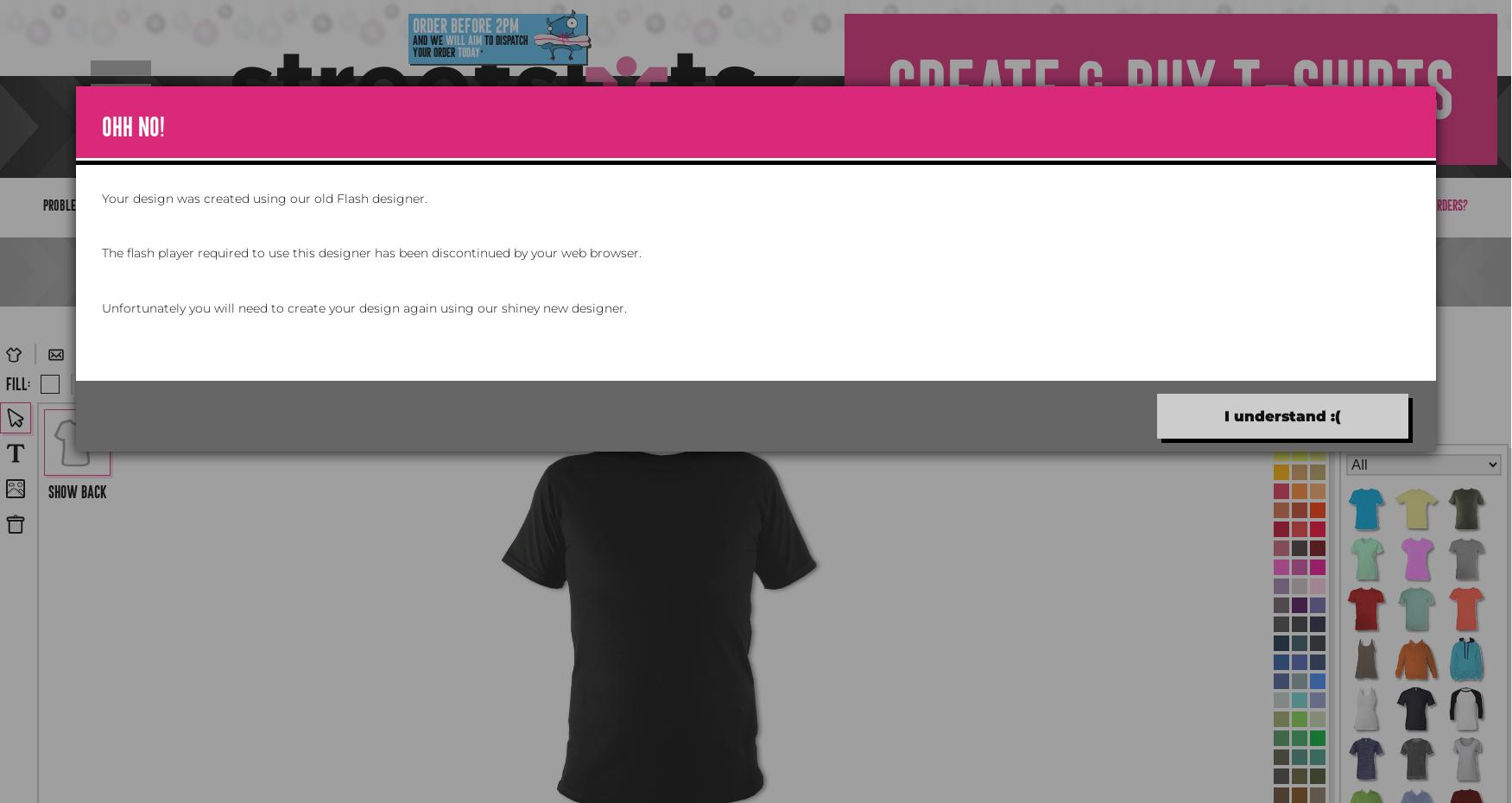 Image resolution: width=1512 pixels, height=803 pixels. Describe the element at coordinates (480, 51) in the screenshot. I see `'*'` at that location.